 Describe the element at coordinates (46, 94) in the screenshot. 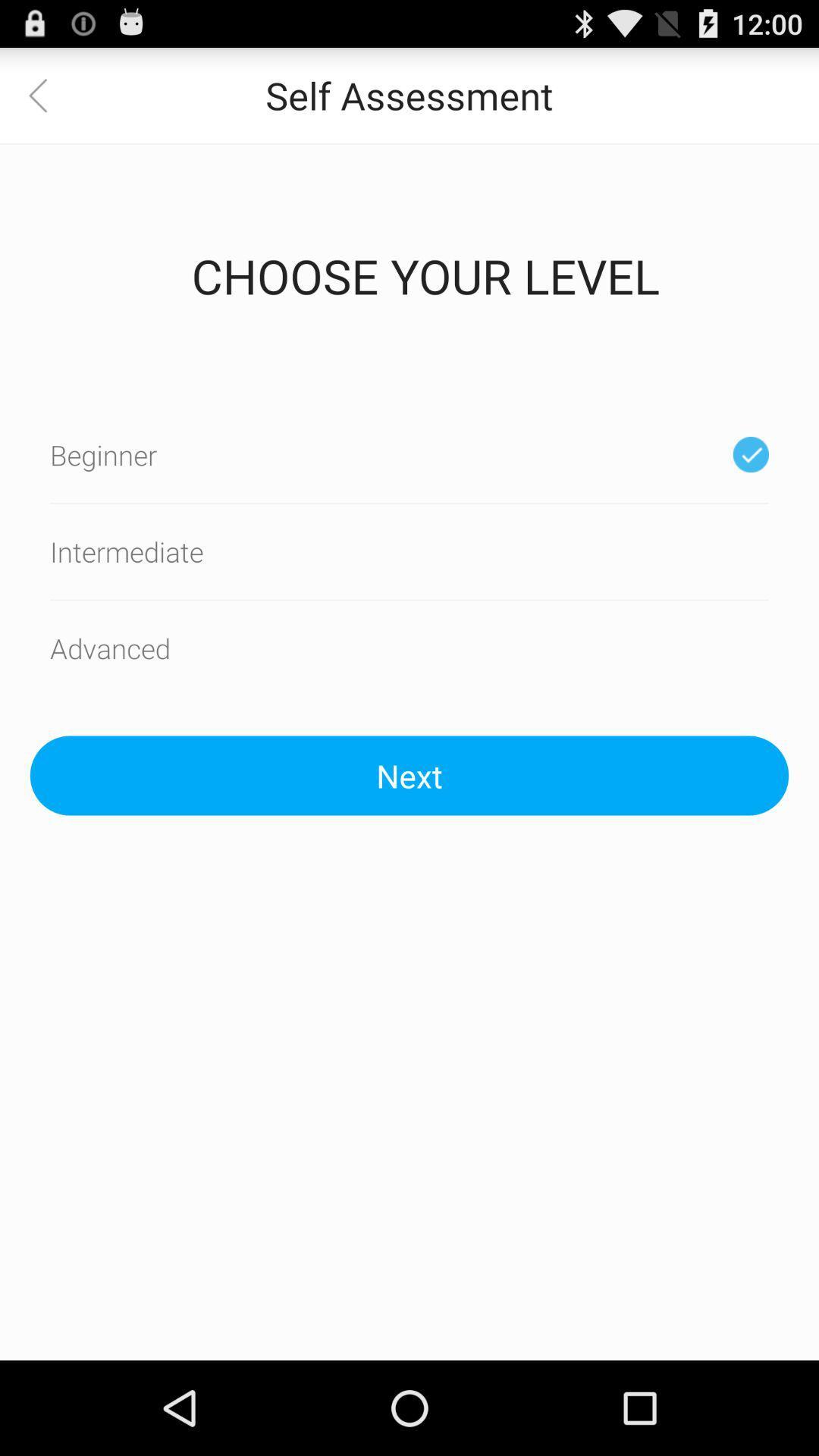

I see `app to the left of the self assessment` at that location.